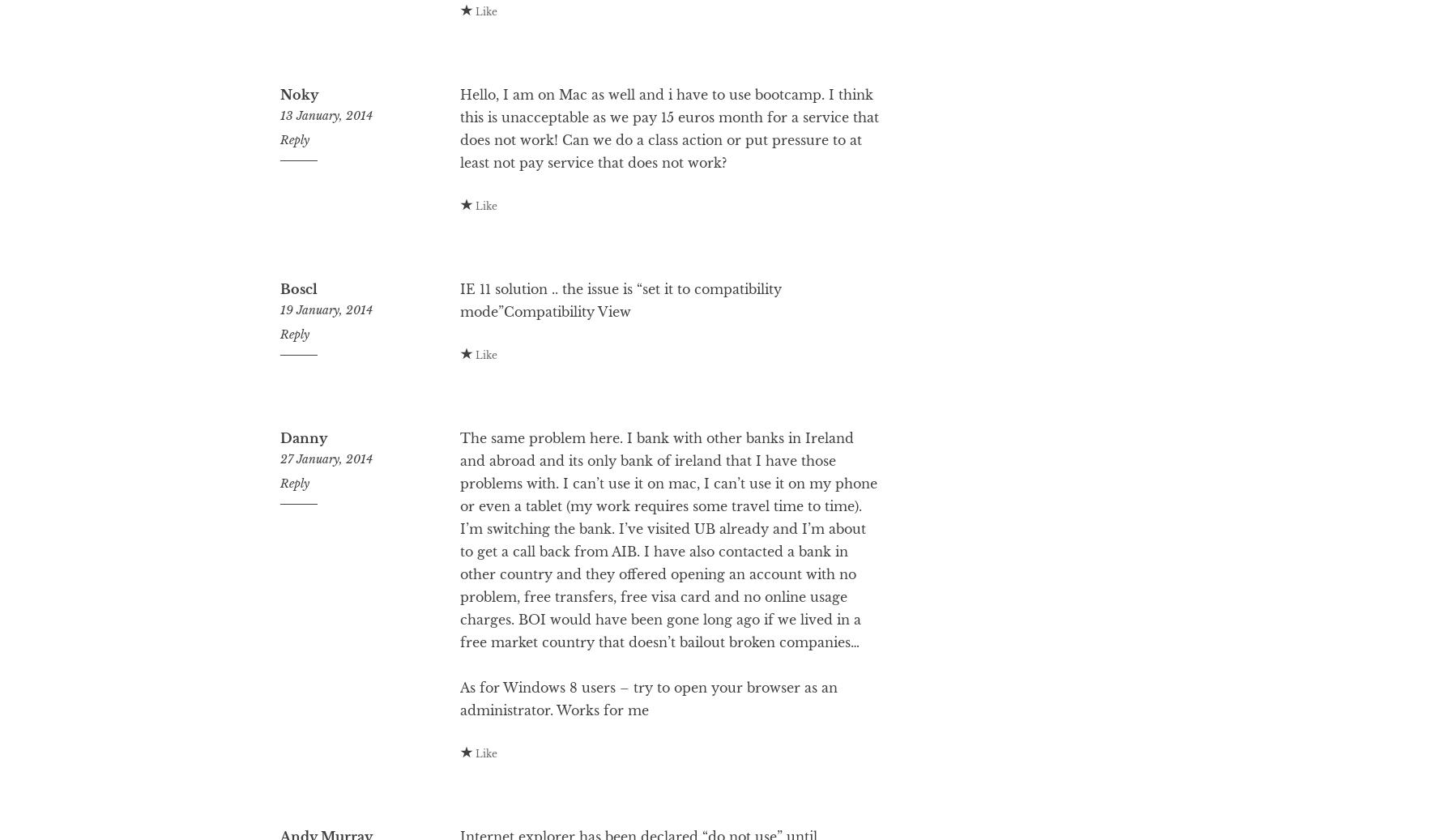 Image resolution: width=1442 pixels, height=840 pixels. I want to click on '19 January, 2014', so click(325, 374).